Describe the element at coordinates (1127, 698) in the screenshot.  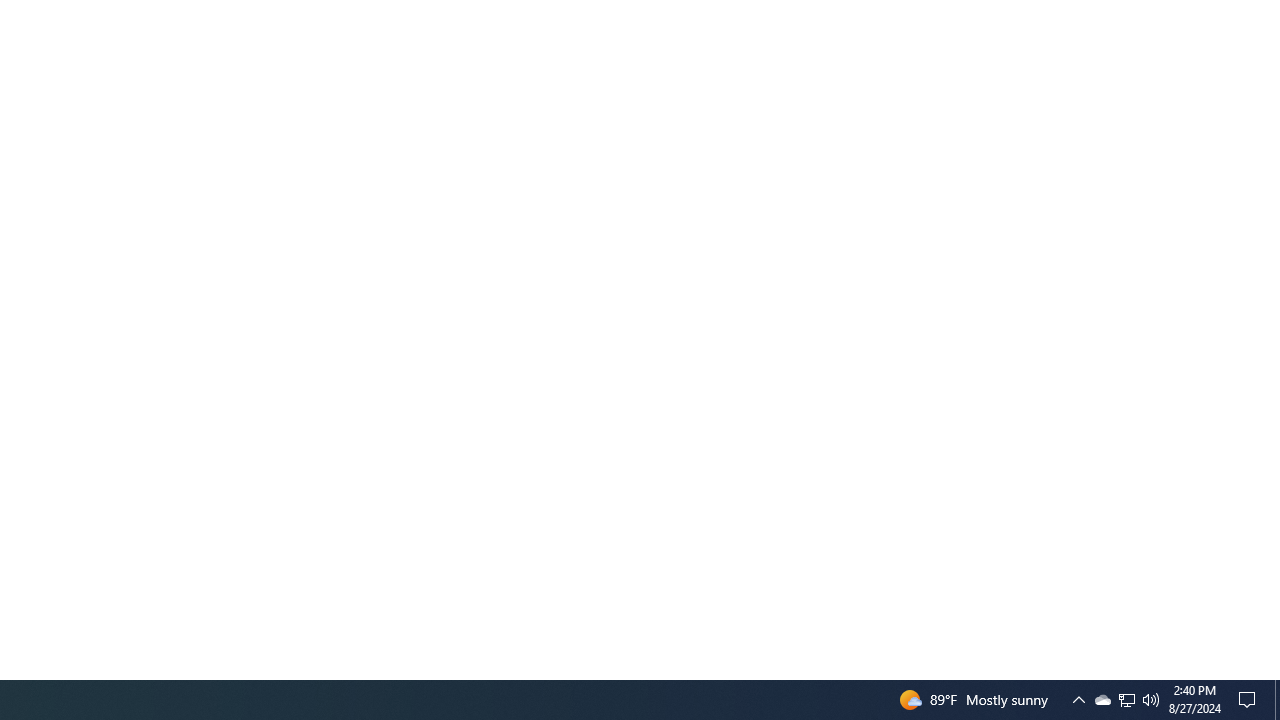
I see `'Q2790: 100%'` at that location.